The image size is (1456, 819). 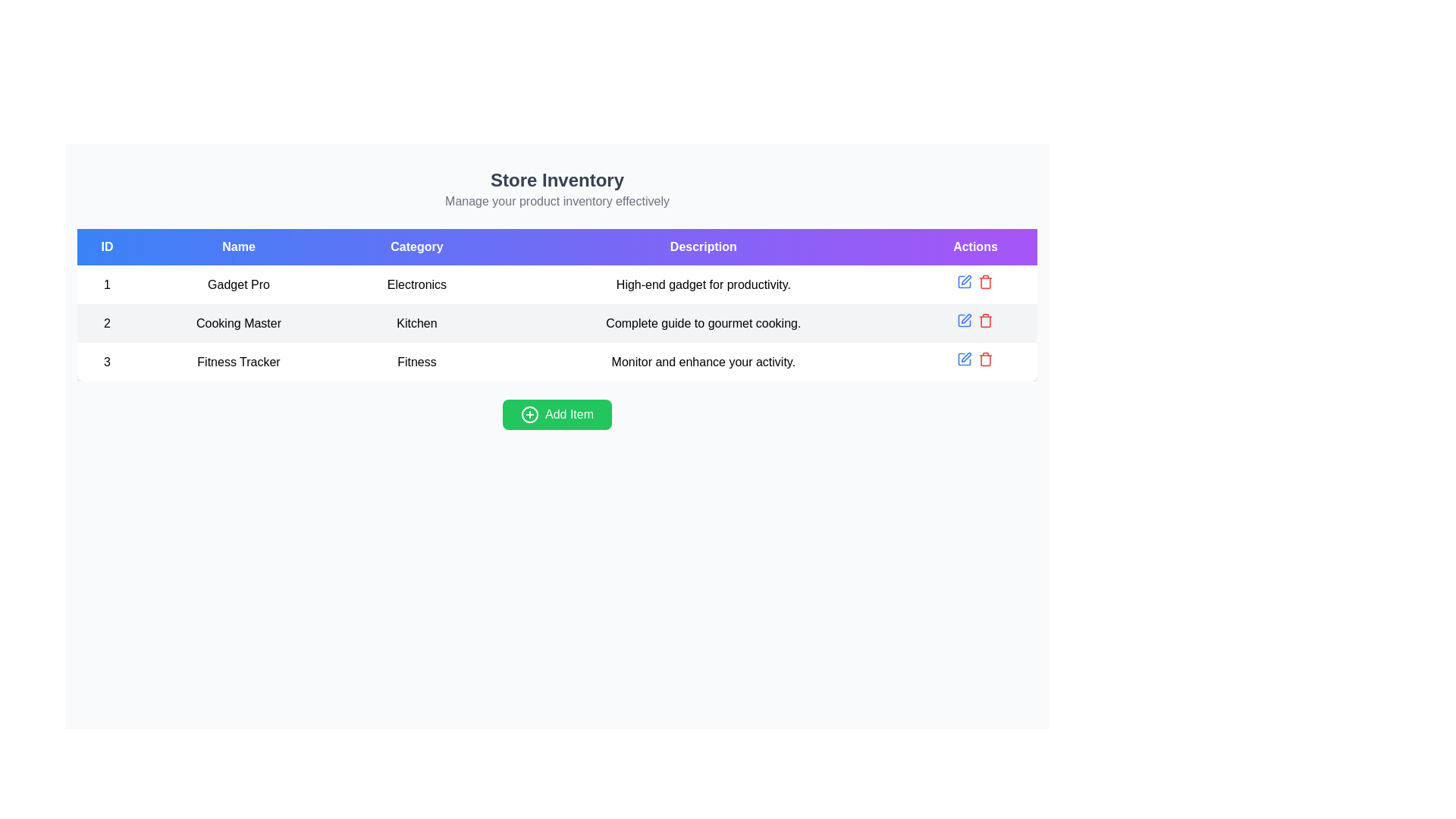 What do you see at coordinates (975, 246) in the screenshot?
I see `the 'Actions' header text, which is the fifth header in a horizontal row, positioned to the far right, above the action icons in the main interface` at bounding box center [975, 246].